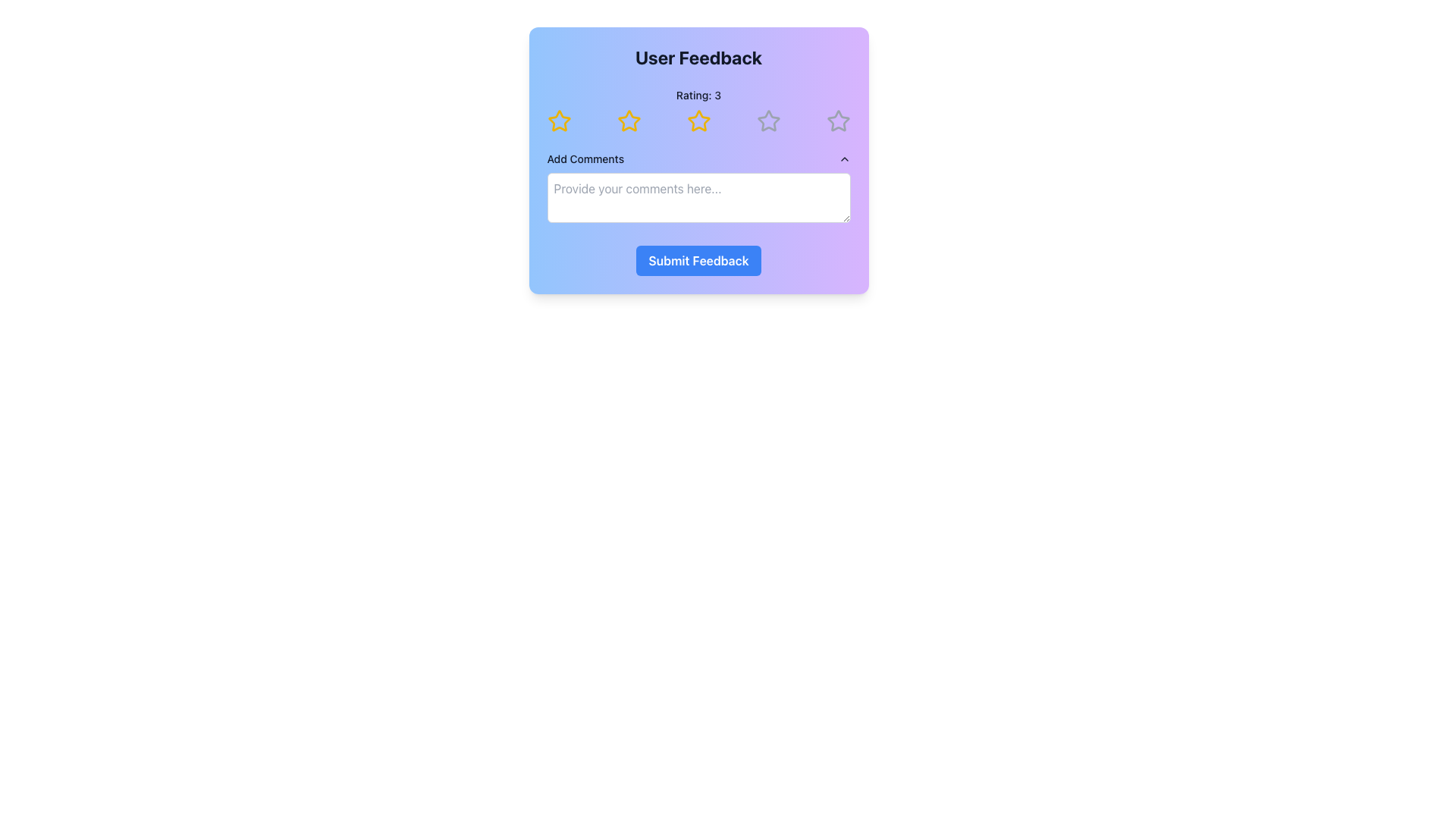 The height and width of the screenshot is (819, 1456). What do you see at coordinates (698, 120) in the screenshot?
I see `the third yellow star in the row of five stars to register a rating action on touch devices` at bounding box center [698, 120].